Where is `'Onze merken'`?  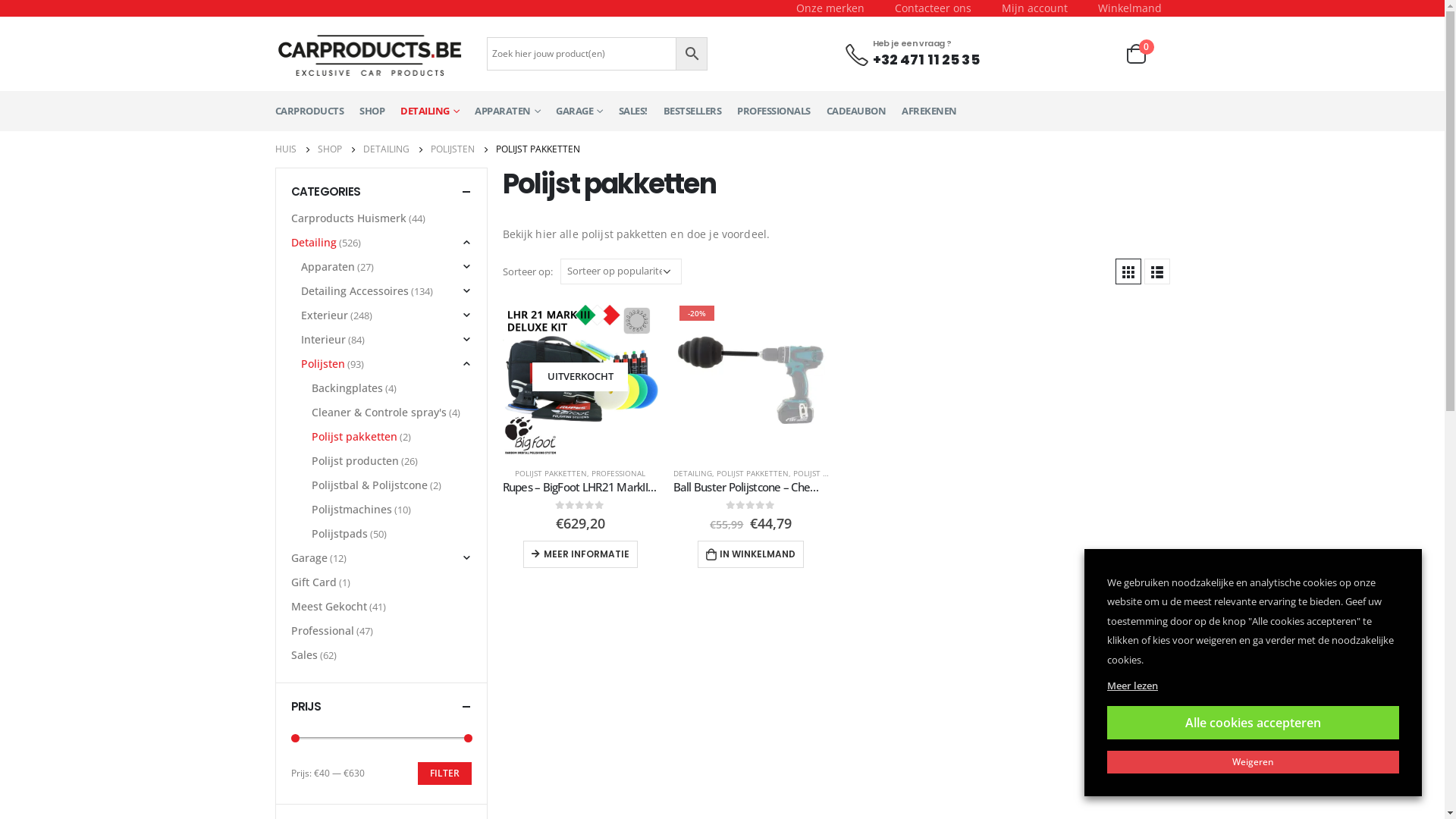 'Onze merken' is located at coordinates (829, 8).